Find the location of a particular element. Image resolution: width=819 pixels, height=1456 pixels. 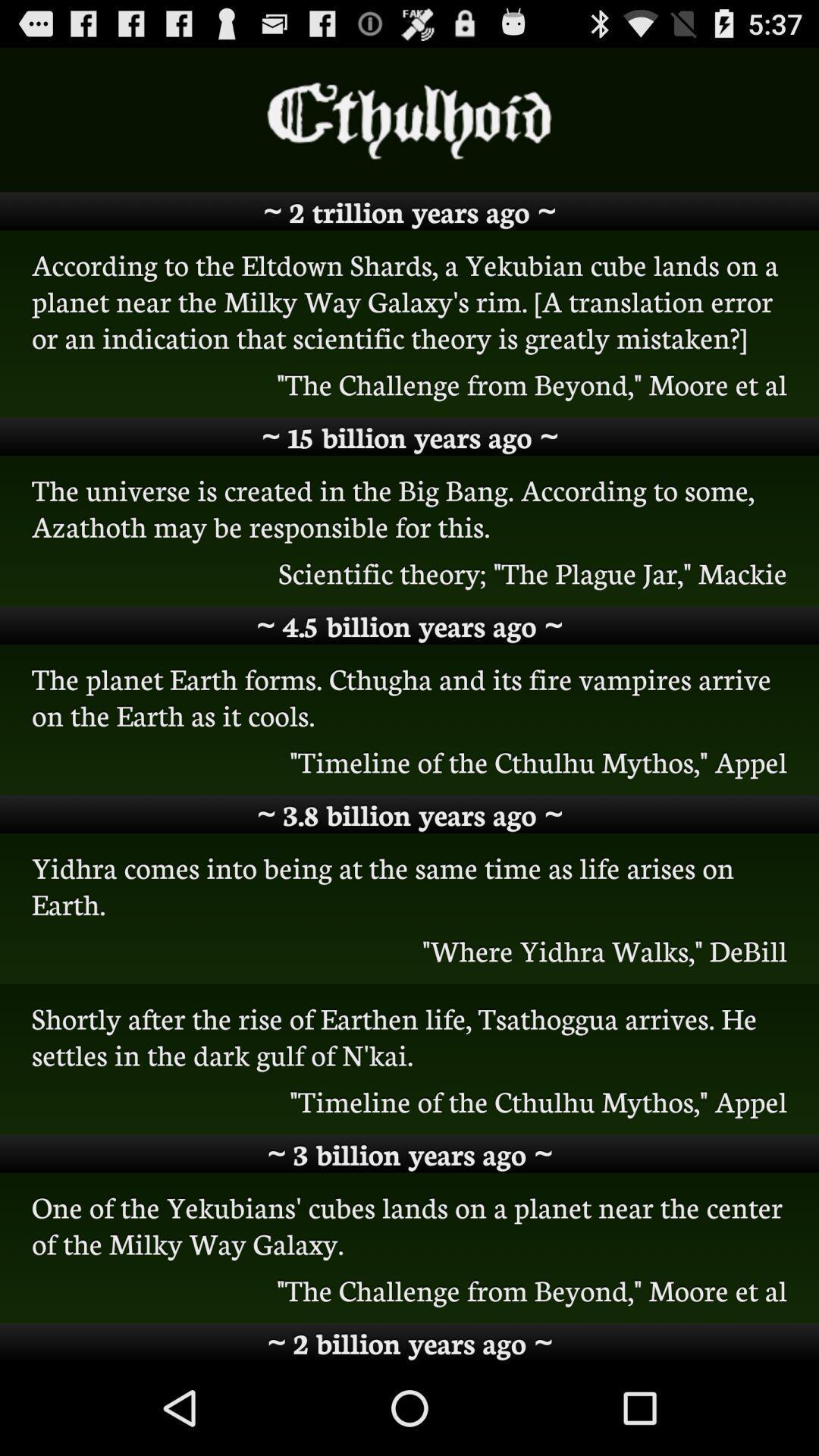

the 4 5 billion item is located at coordinates (409, 626).